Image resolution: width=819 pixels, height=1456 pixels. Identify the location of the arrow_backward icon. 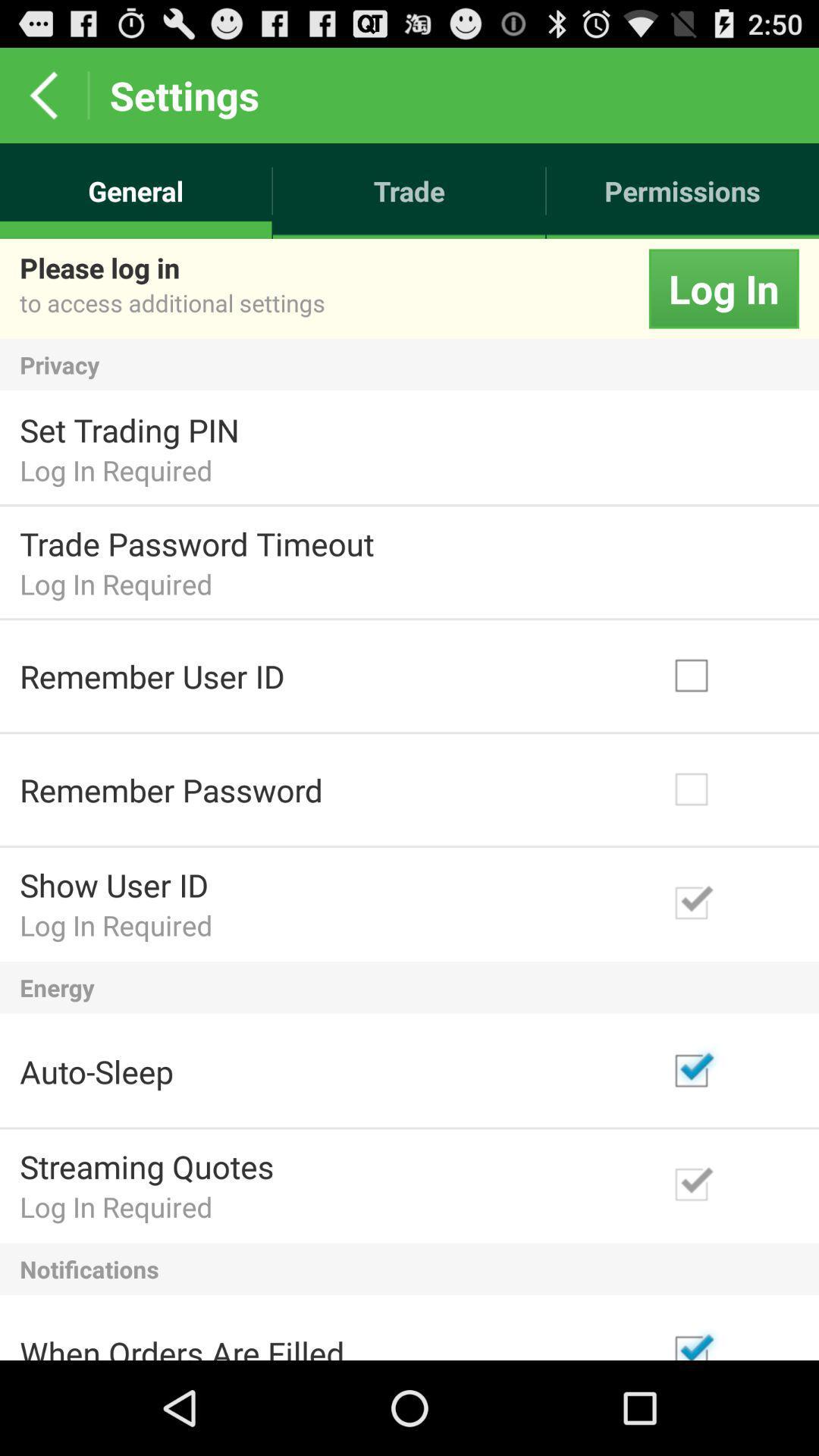
(42, 101).